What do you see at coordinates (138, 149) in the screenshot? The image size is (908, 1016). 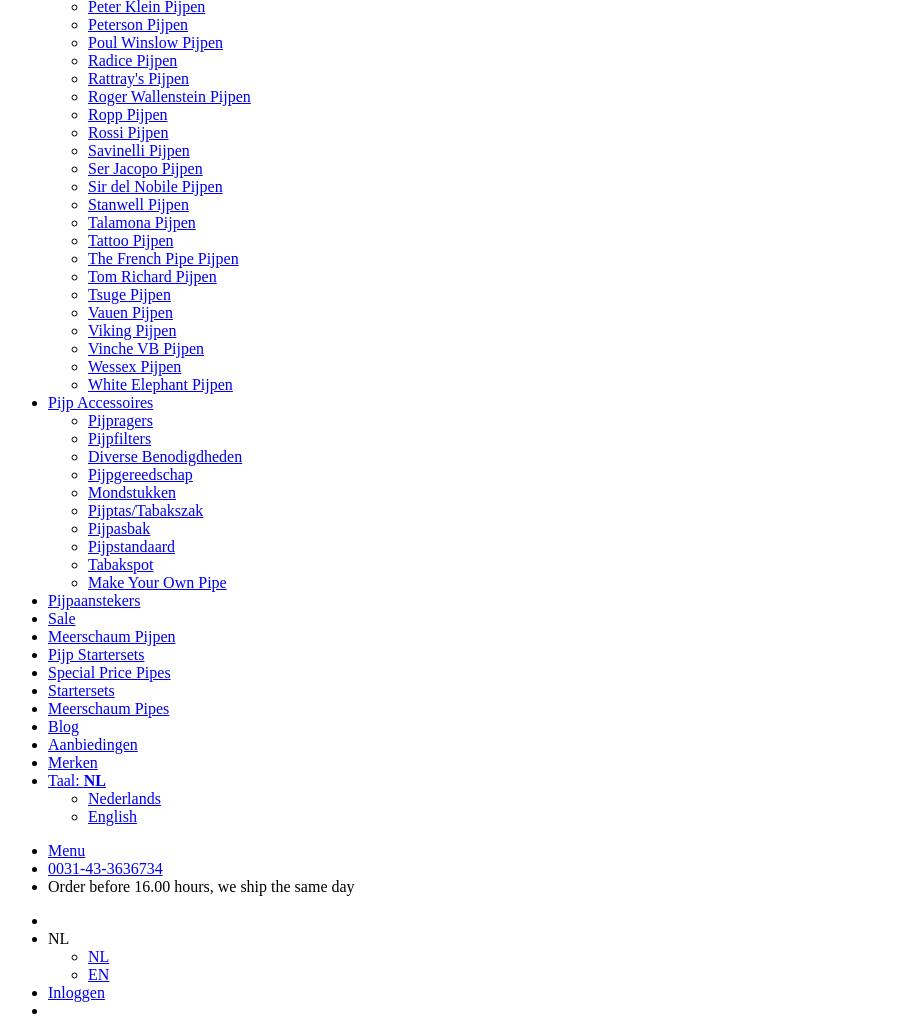 I see `'Savinelli Pijpen'` at bounding box center [138, 149].